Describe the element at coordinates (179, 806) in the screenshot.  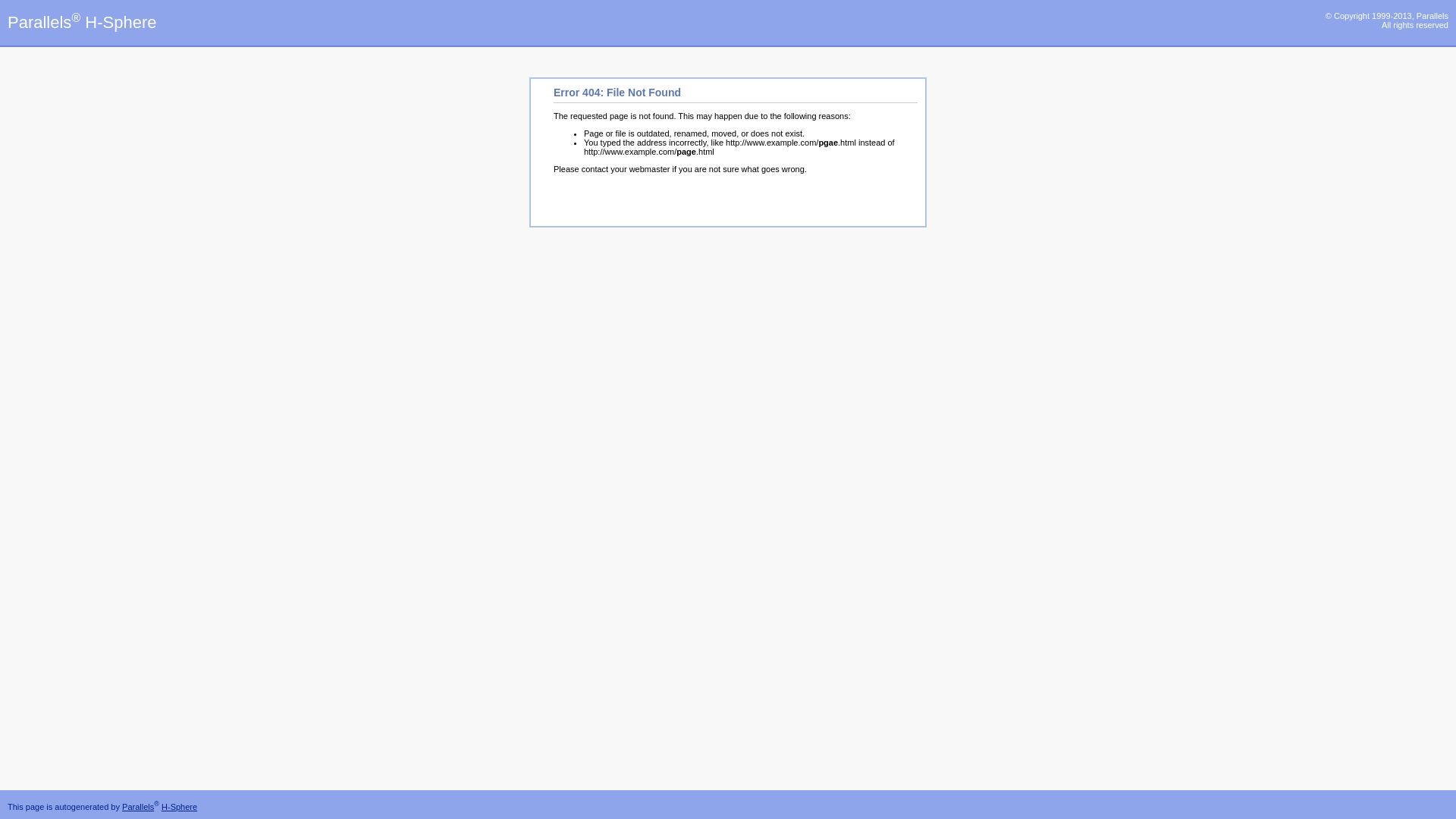
I see `'H-Sphere'` at that location.